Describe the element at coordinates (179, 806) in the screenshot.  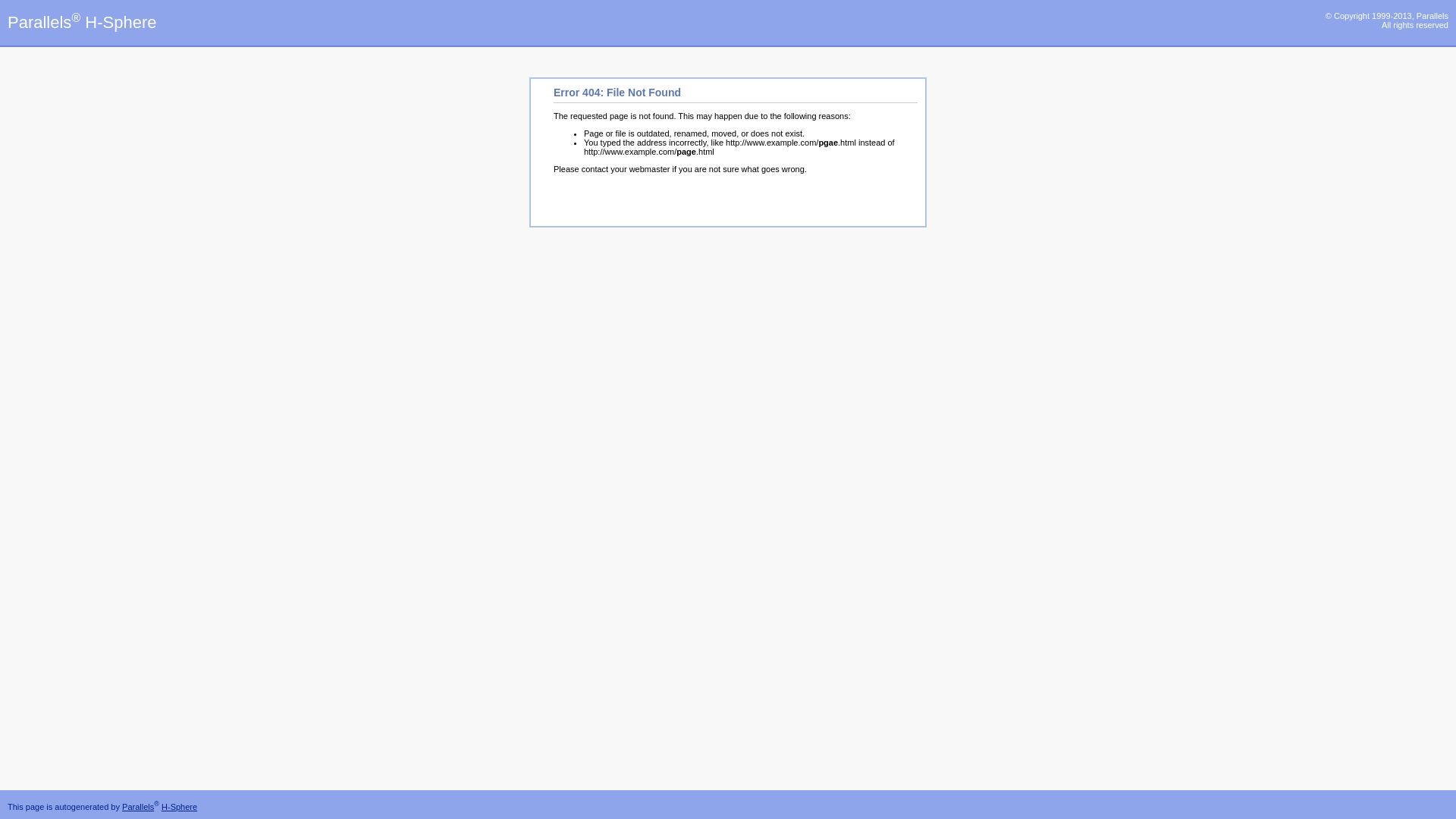
I see `'H-Sphere'` at that location.